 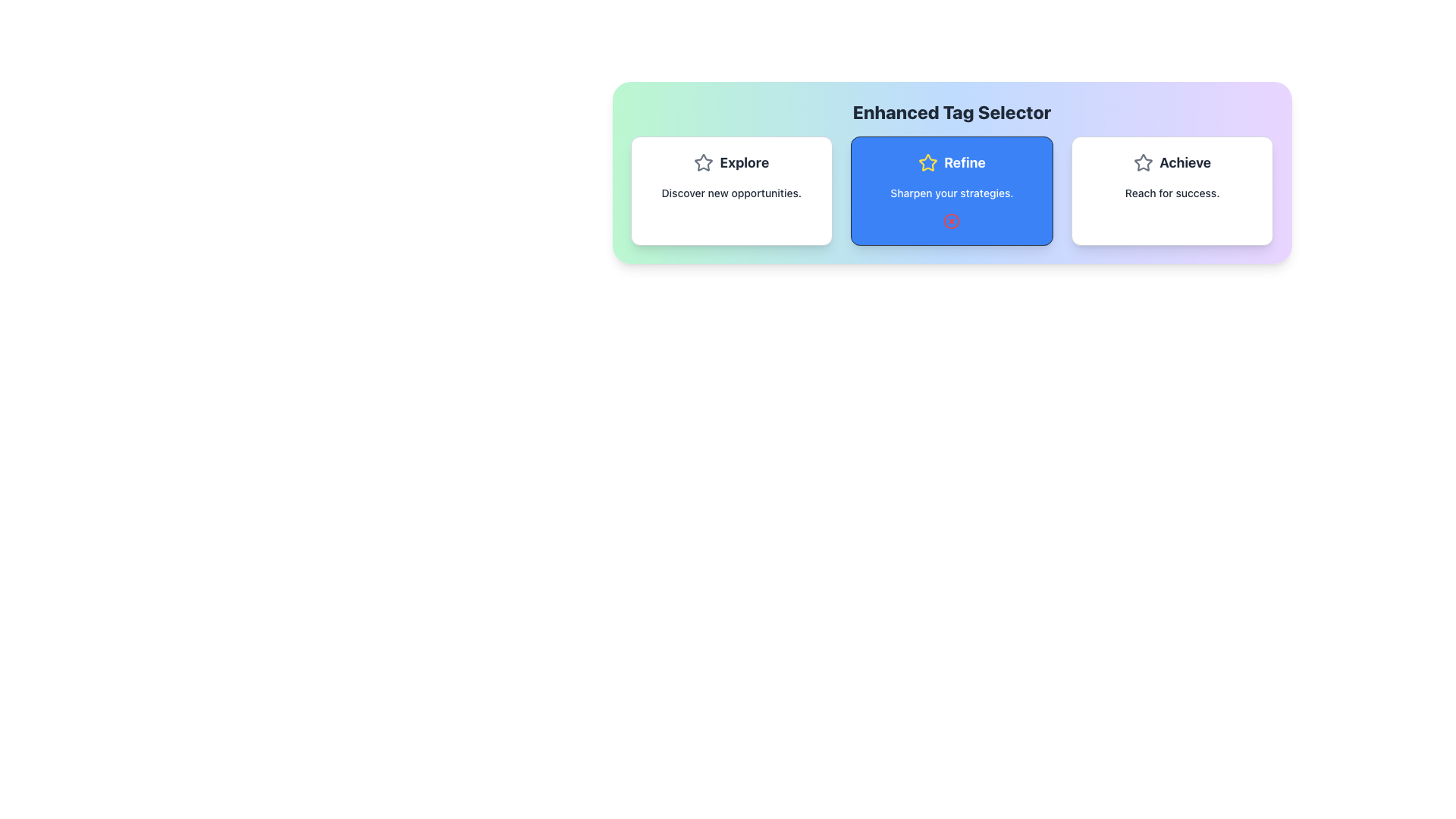 I want to click on circular outline SVG element located in the rightmost card of the 'Achieve' group under the 'Enhanced Tag Selector' for its properties, so click(x=1172, y=221).